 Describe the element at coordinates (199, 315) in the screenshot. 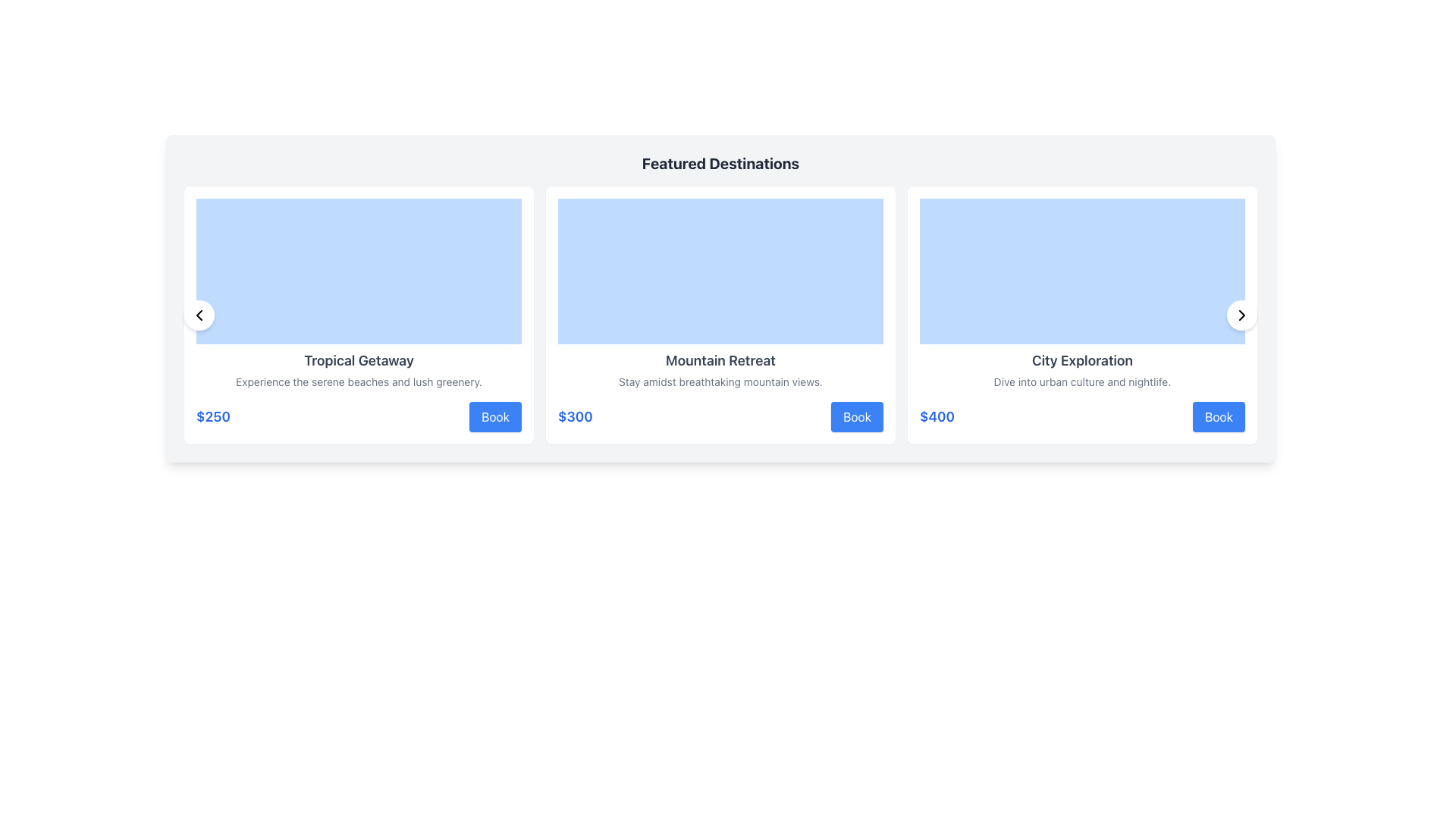

I see `the chevron-shaped left-pointing arrow icon button located in the top left corner of the 'Tropical Getaway' card` at that location.